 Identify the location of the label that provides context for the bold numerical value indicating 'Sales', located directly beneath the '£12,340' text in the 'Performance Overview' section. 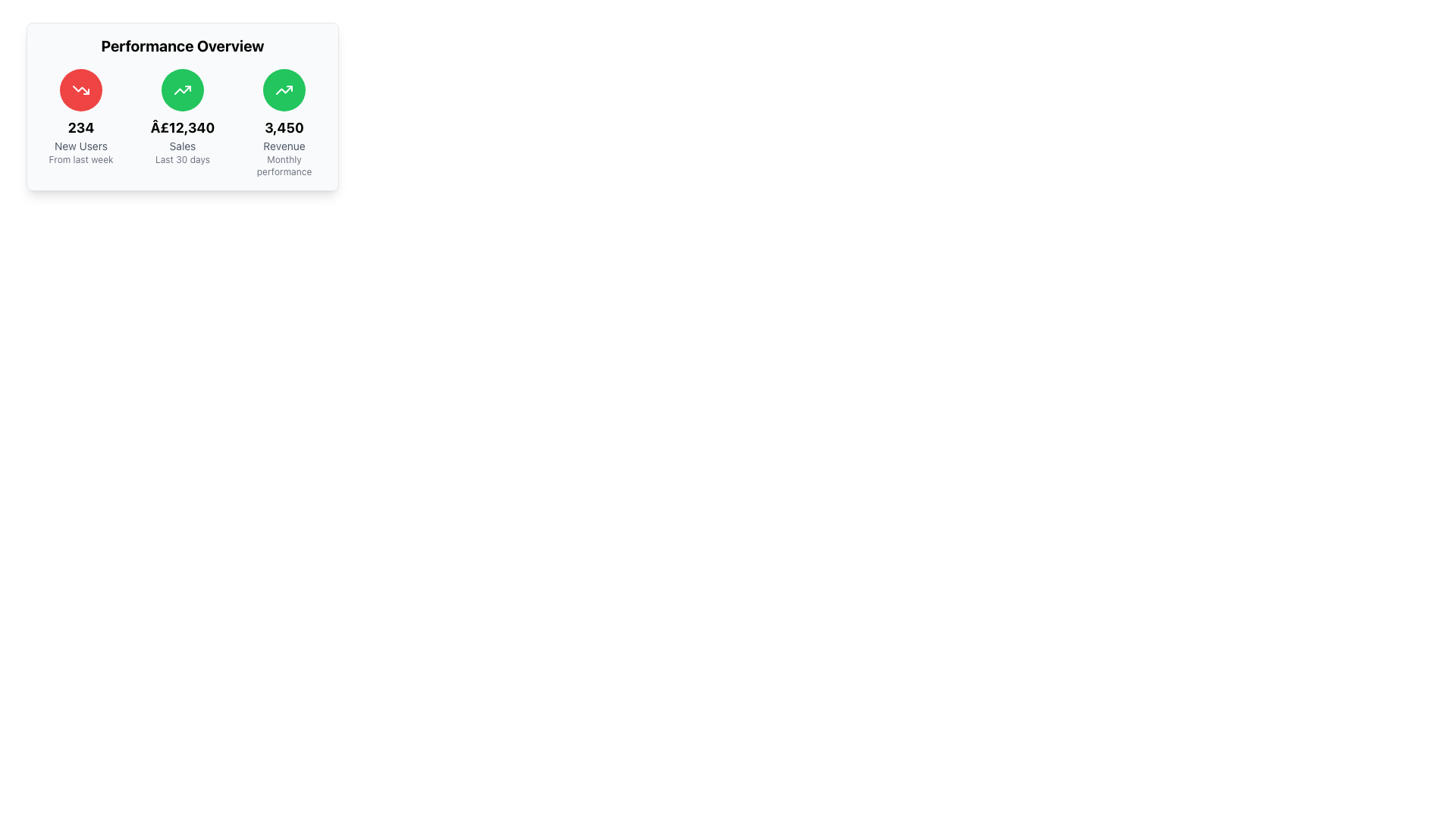
(182, 146).